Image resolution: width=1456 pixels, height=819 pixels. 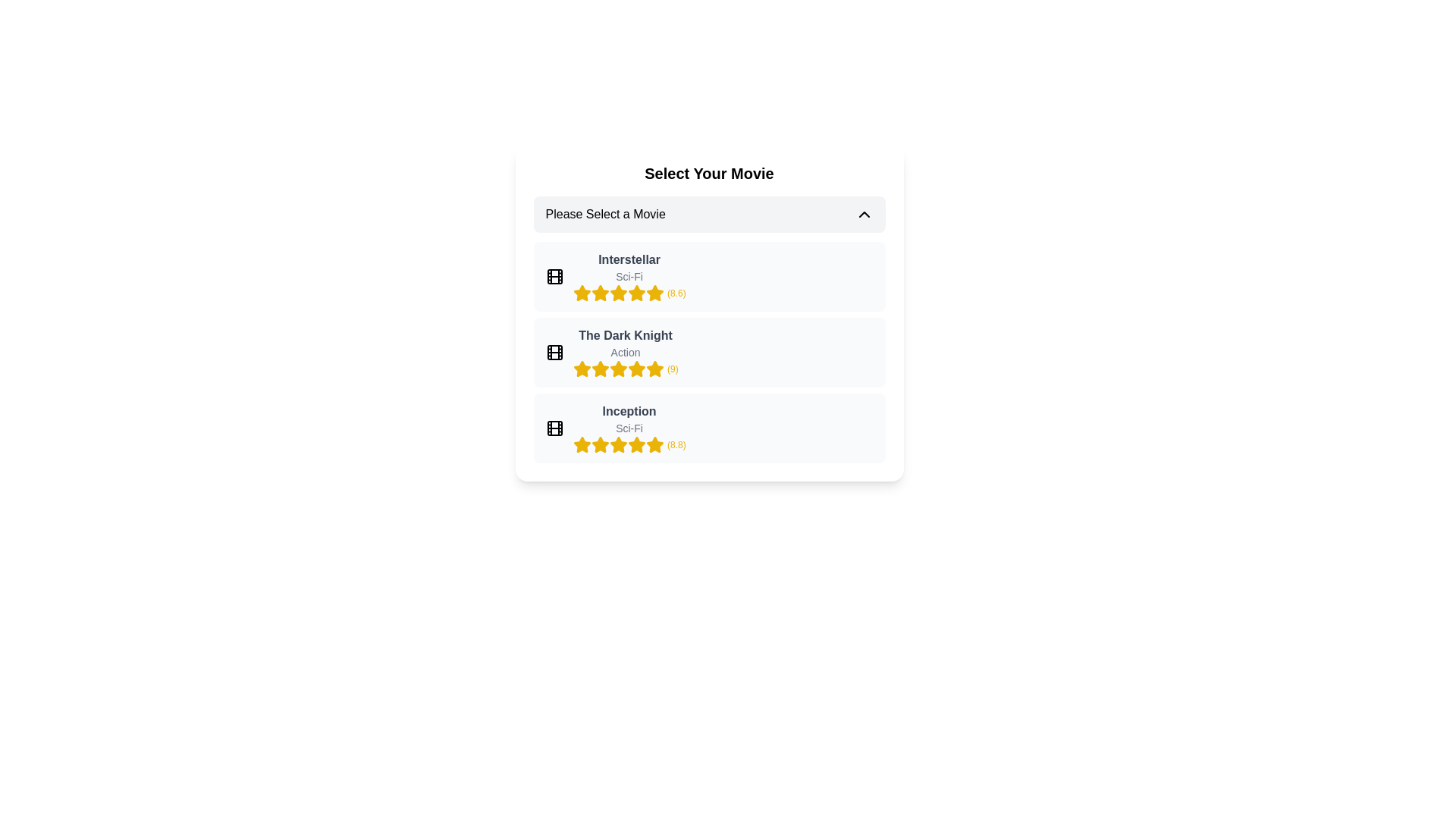 I want to click on text label displaying the title of the movie 'Interstellar', which is located in the first row of a vertical list of movies under the header 'Select Your Movie', so click(x=629, y=259).